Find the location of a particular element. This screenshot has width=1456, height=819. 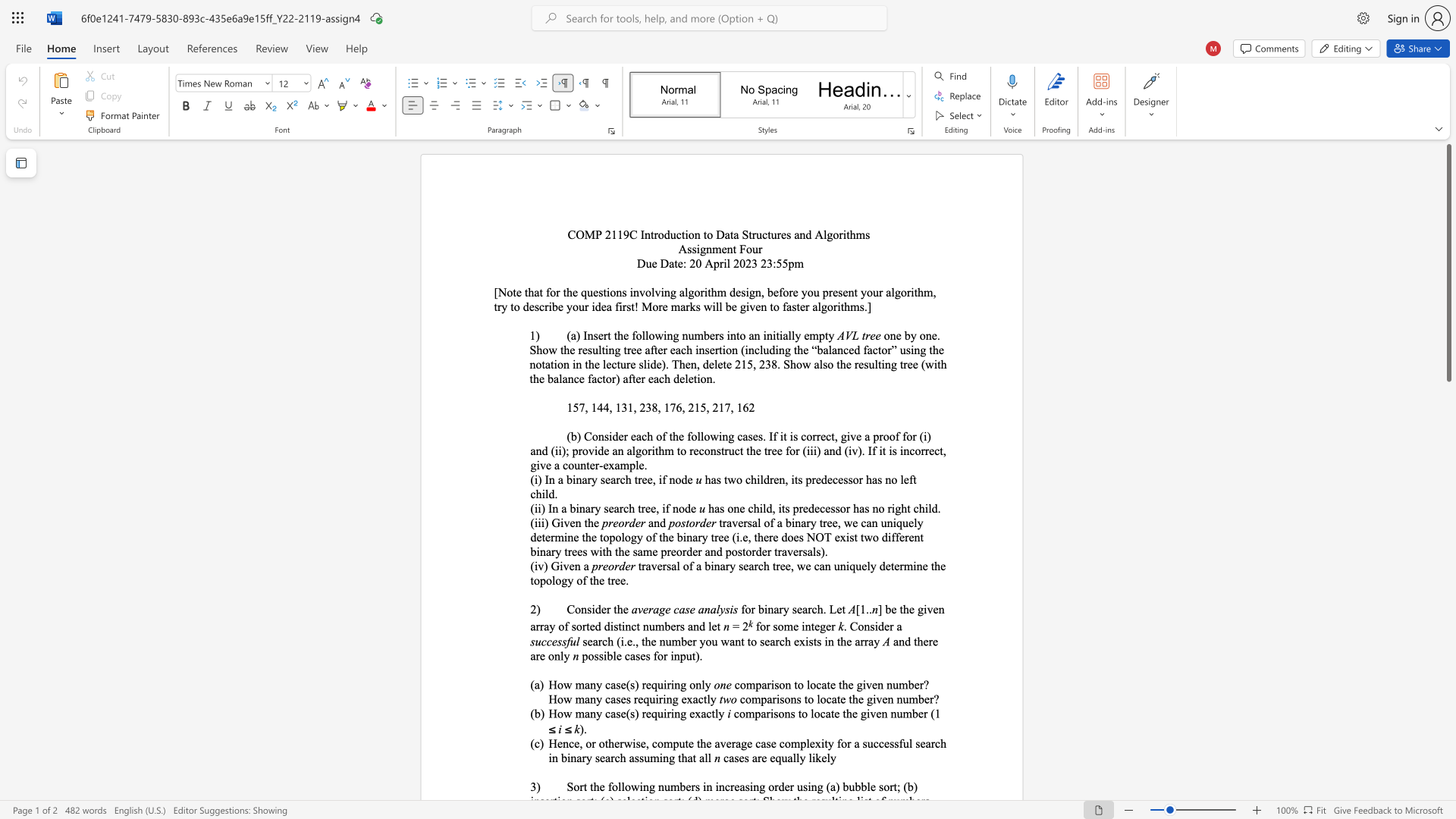

the 9th character "o" in the text is located at coordinates (584, 450).